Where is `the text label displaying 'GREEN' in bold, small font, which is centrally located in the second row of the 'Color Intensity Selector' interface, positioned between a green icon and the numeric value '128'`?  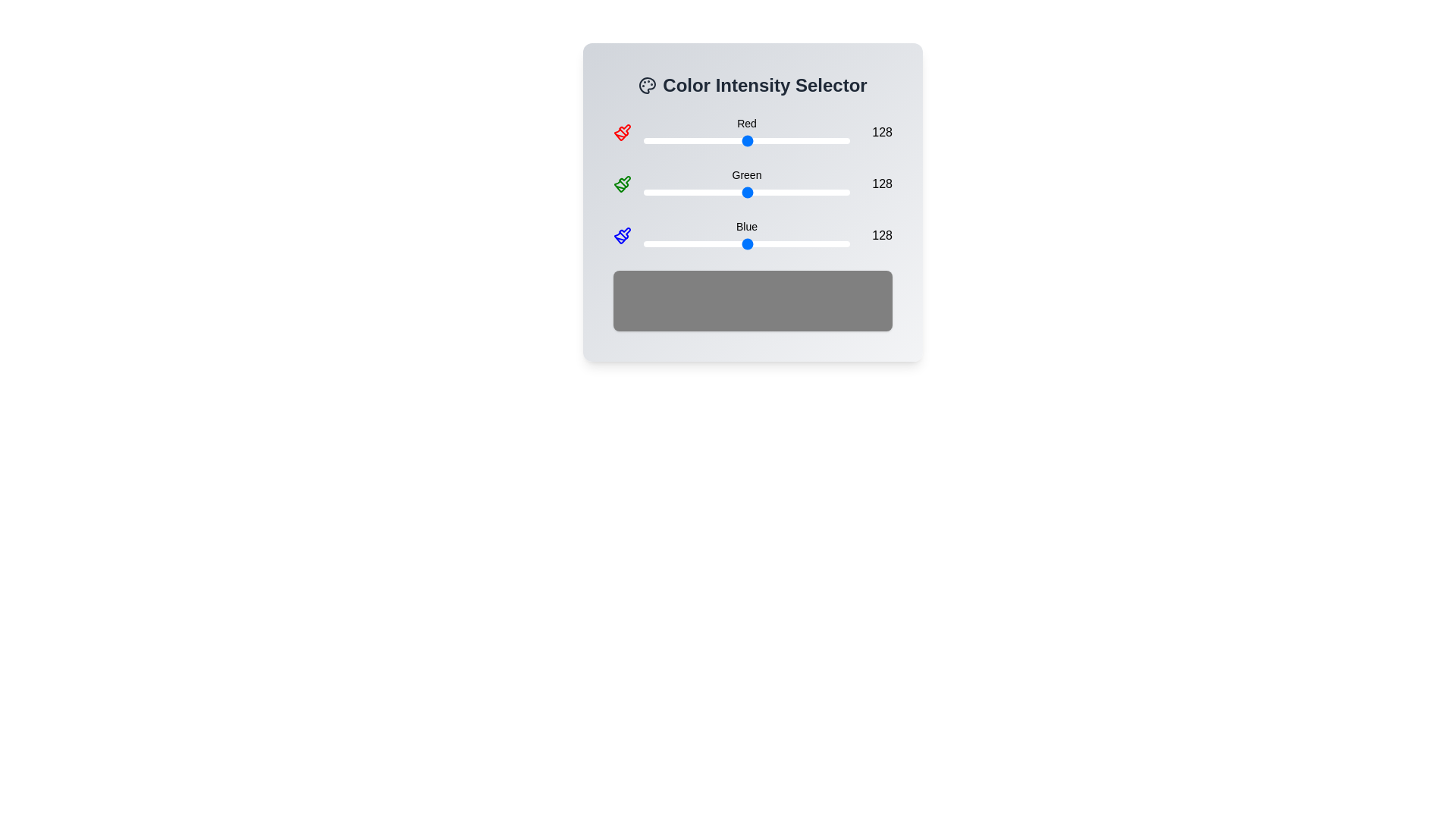
the text label displaying 'GREEN' in bold, small font, which is centrally located in the second row of the 'Color Intensity Selector' interface, positioned between a green icon and the numeric value '128' is located at coordinates (746, 174).